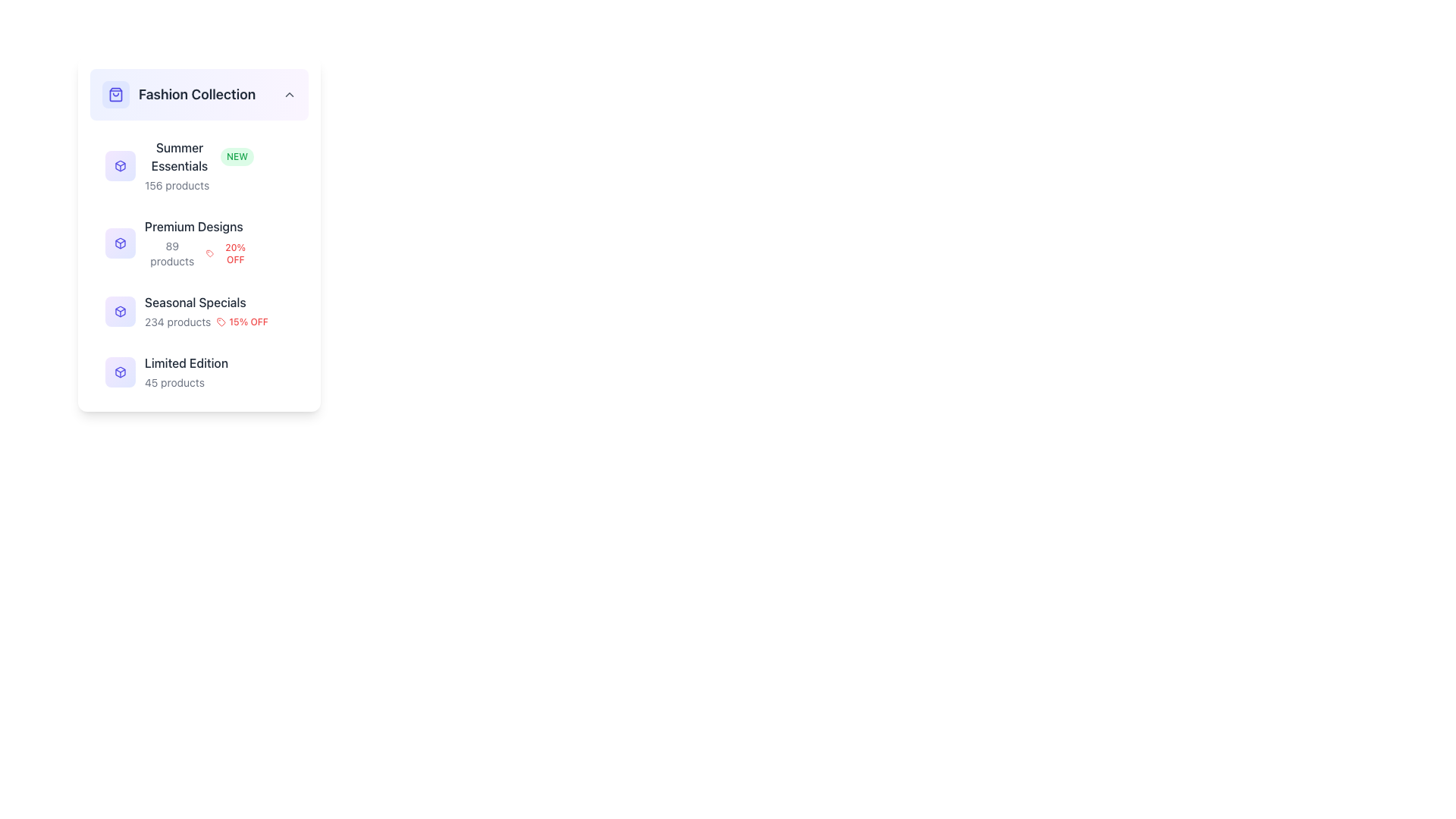  I want to click on the text display element that shows 'Summer Essentials NEW 156 products', which features a bold dark gray title, a green 'NEW' badge, and a purple-blue gradient icon to its left, so click(179, 166).